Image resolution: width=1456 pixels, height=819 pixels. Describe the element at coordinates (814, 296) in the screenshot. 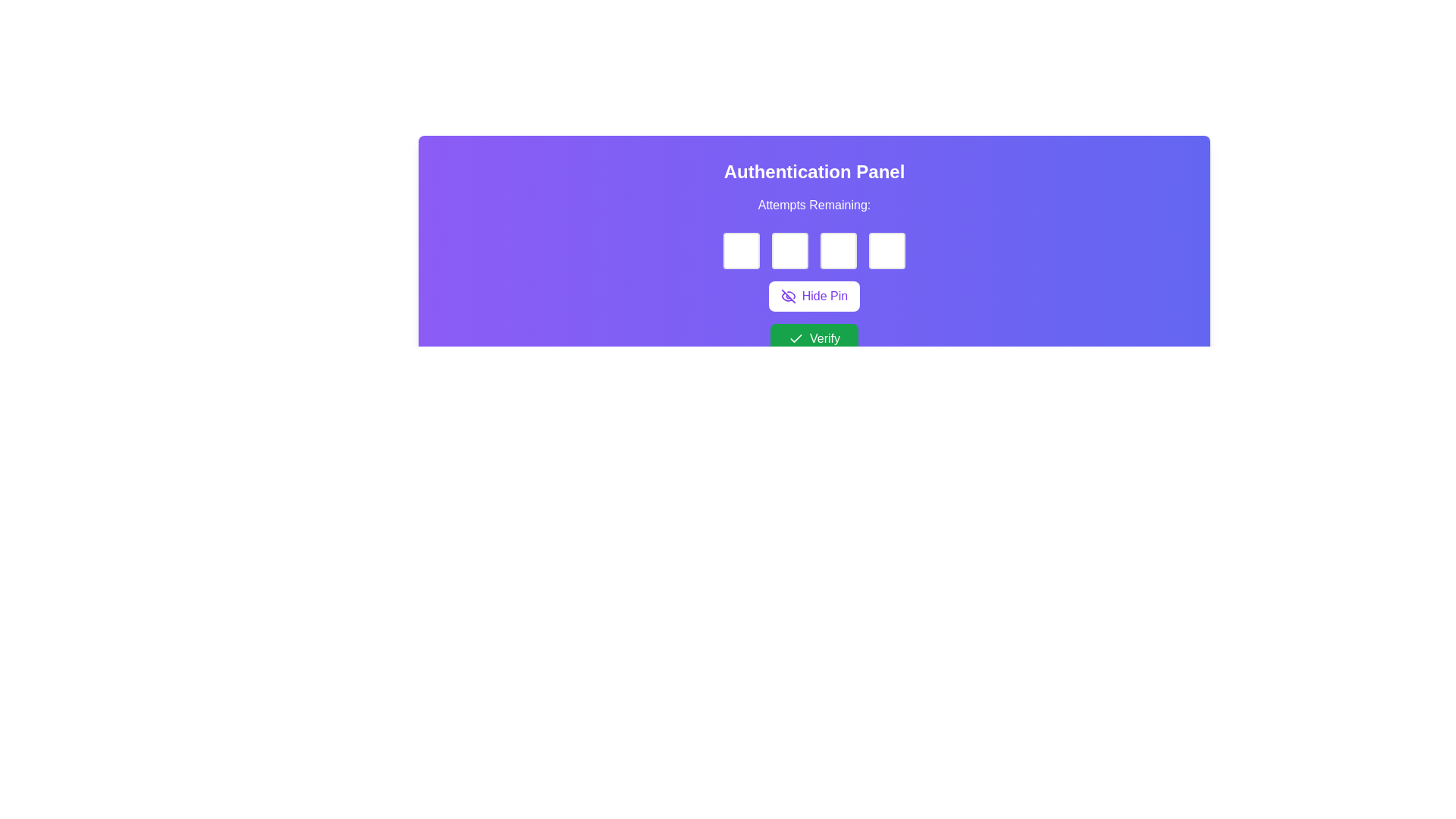

I see `the button in the 'Authentication Panel'` at that location.